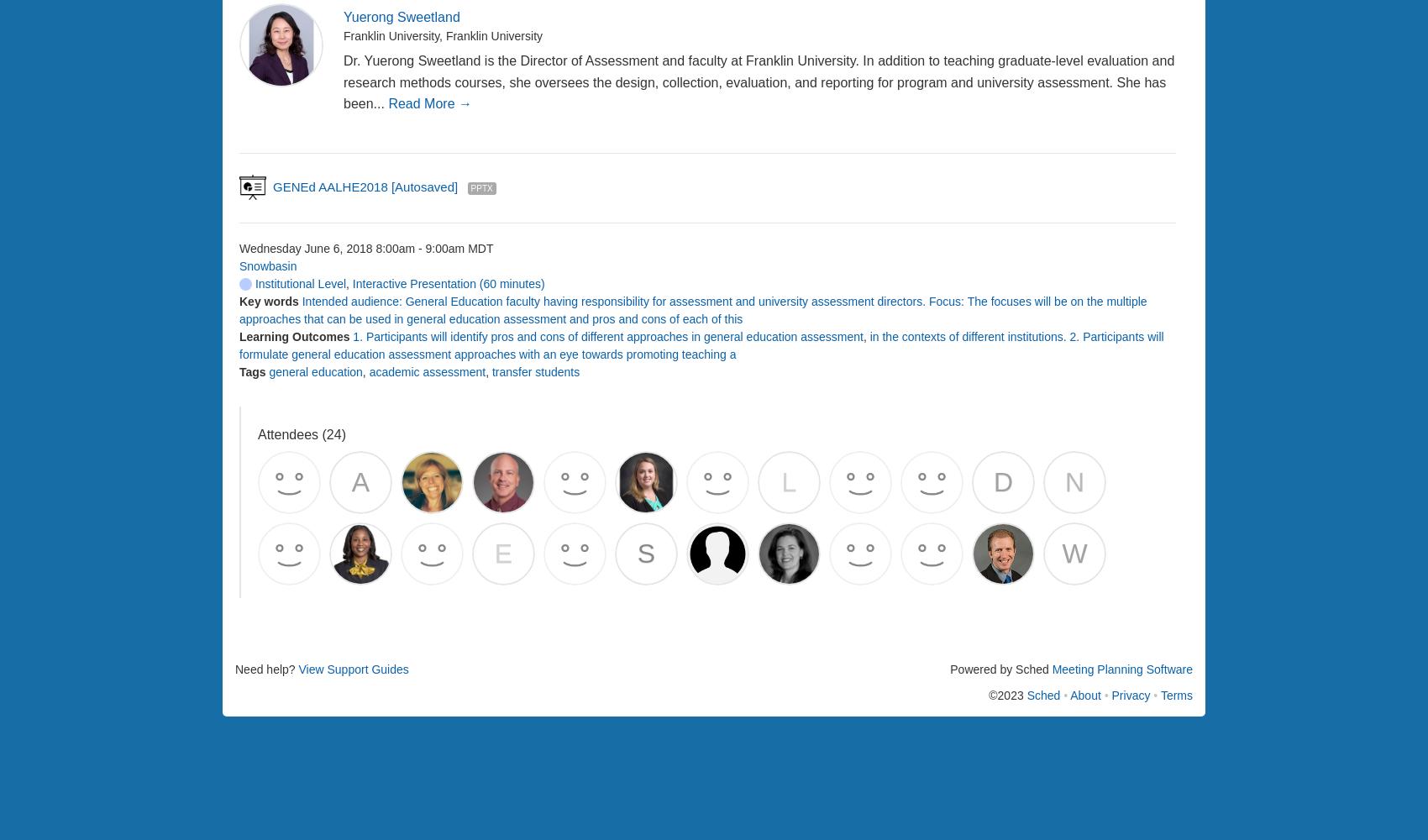 The width and height of the screenshot is (1428, 840). Describe the element at coordinates (443, 35) in the screenshot. I see `'Franklin University, Franklin University'` at that location.